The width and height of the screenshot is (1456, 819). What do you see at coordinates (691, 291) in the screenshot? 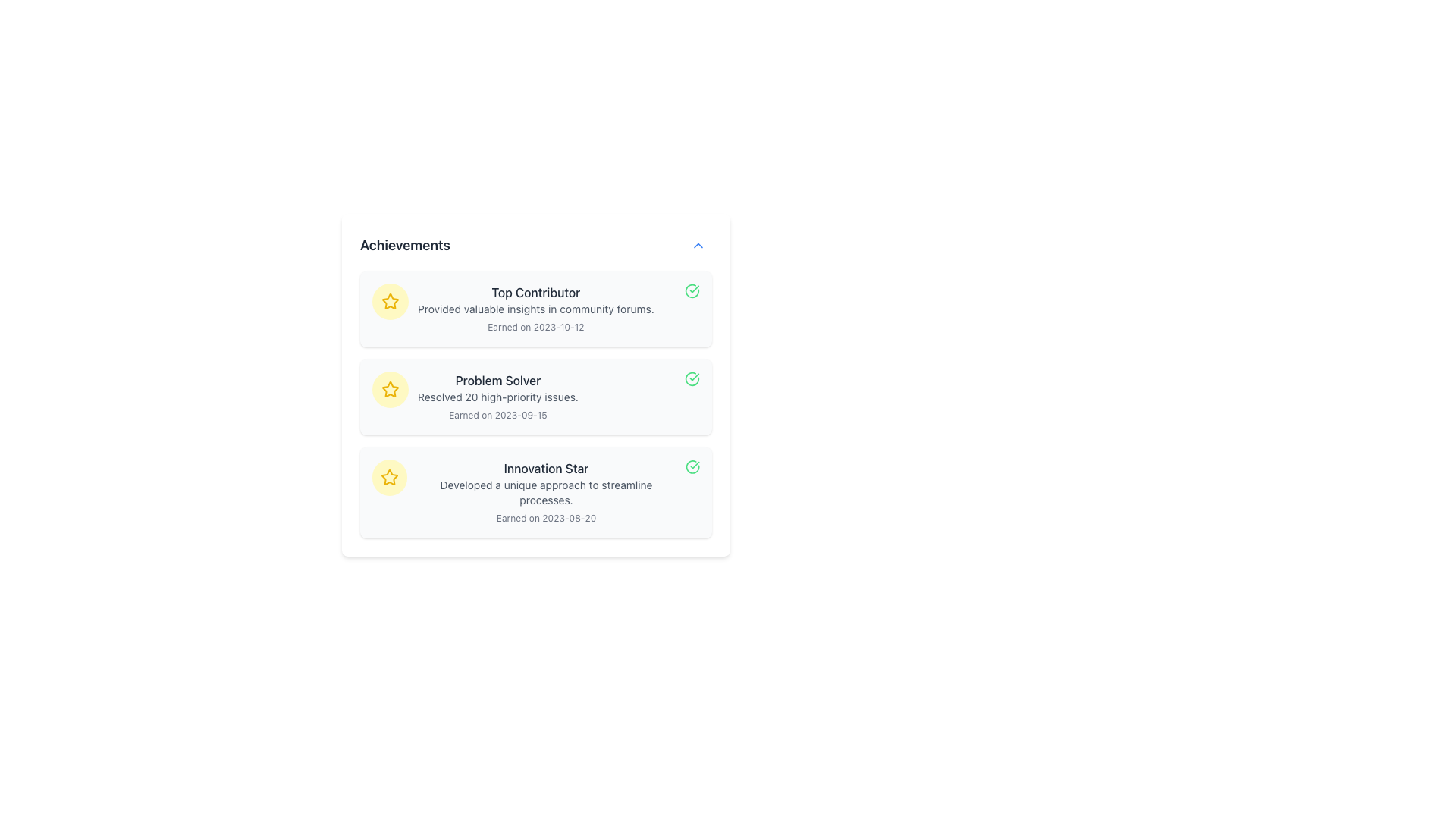
I see `the Circular status icon with a green checkmark located at the top right corner of the 'Top Contributor' section to inspect its details` at bounding box center [691, 291].